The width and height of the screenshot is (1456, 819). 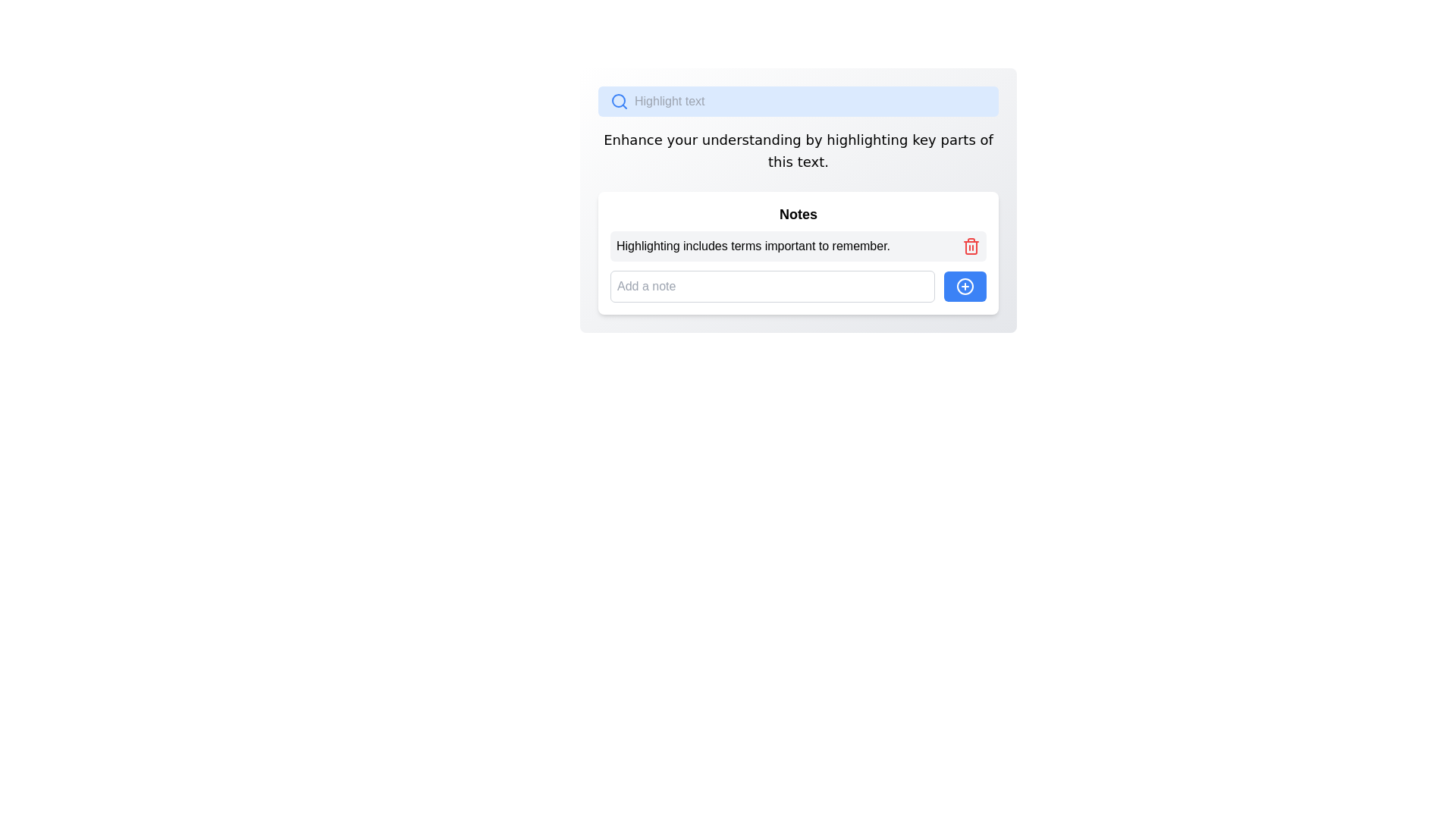 I want to click on the character 't' in the word 'text', which is positioned in the second line of text below the search bar and above the note-taking interface, so click(x=799, y=162).